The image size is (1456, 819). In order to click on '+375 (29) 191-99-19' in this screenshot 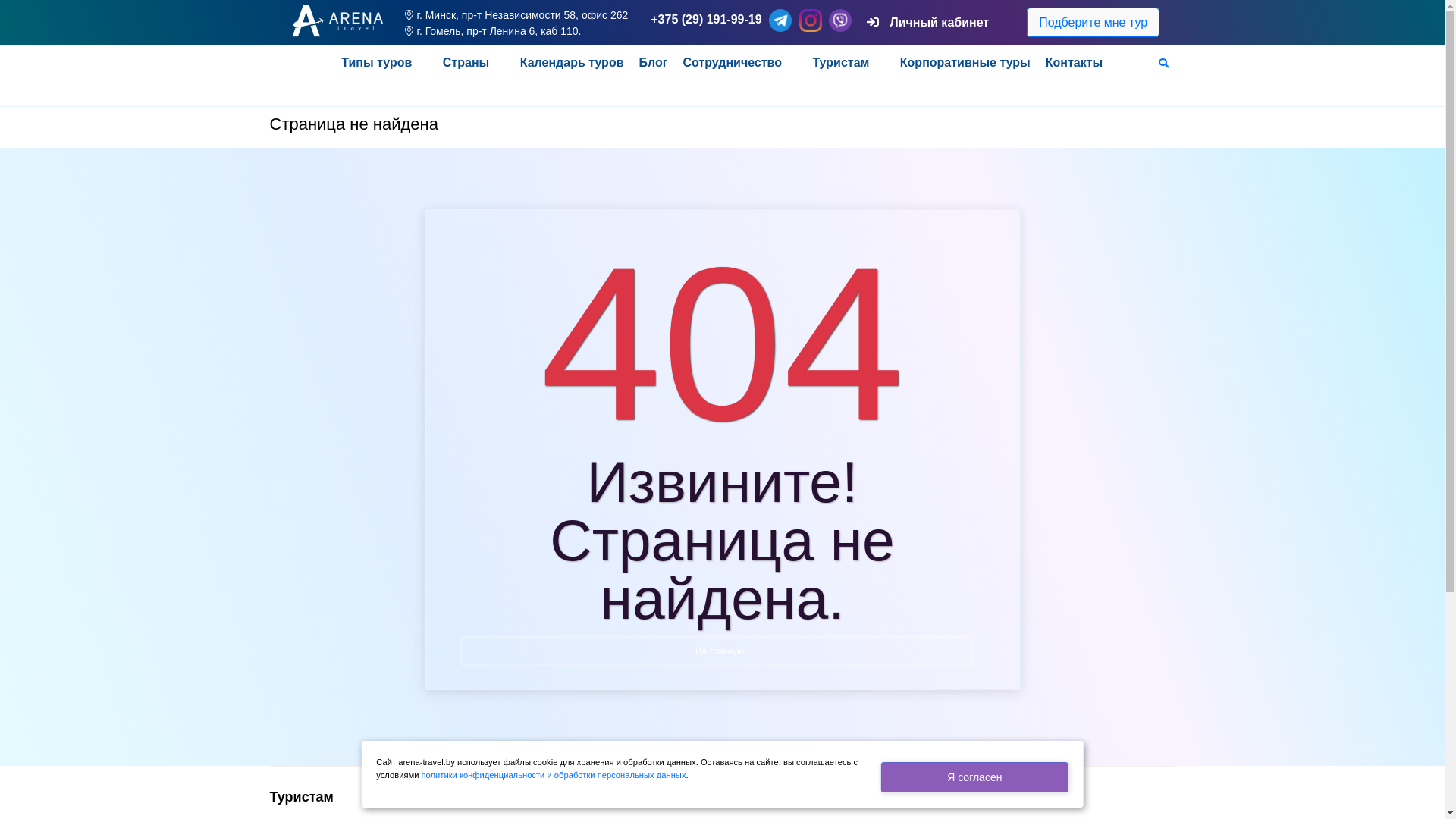, I will do `click(705, 19)`.